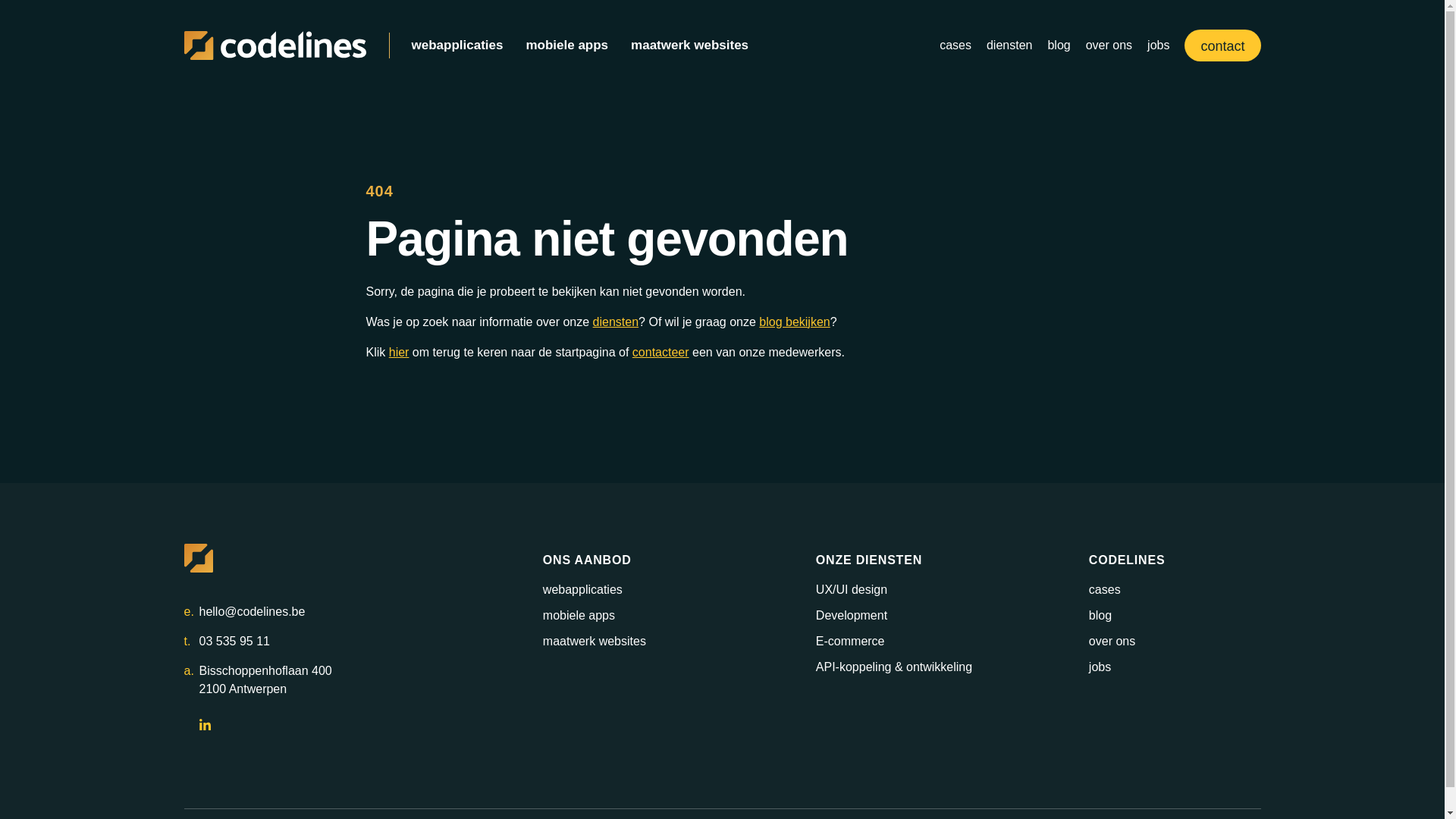 This screenshot has height=819, width=1456. Describe the element at coordinates (1222, 45) in the screenshot. I see `'contact'` at that location.